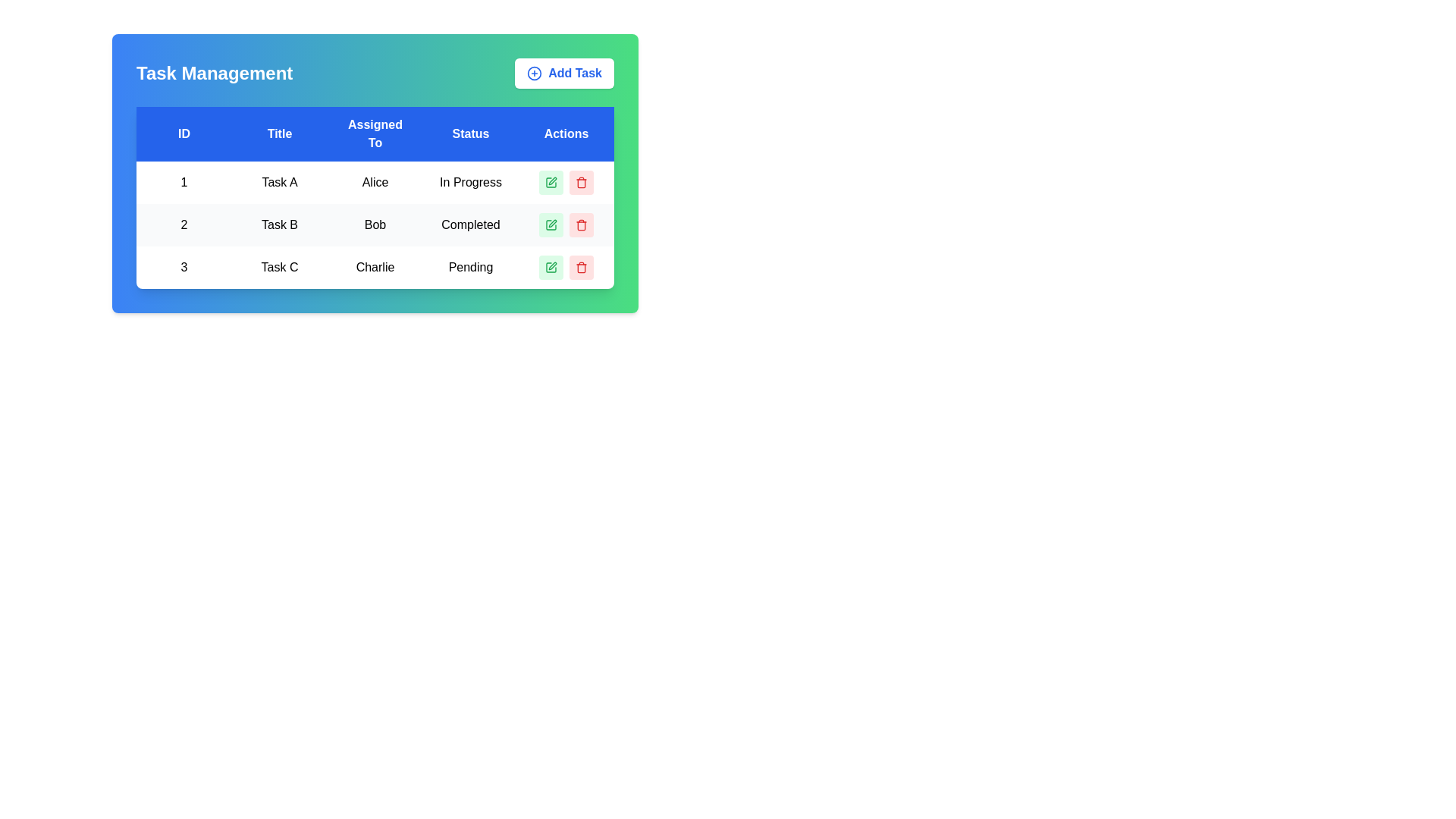 Image resolution: width=1456 pixels, height=819 pixels. I want to click on the outer circular component of the icon within the 'Add Task' button, located at the top-right corner of the interface, so click(535, 73).